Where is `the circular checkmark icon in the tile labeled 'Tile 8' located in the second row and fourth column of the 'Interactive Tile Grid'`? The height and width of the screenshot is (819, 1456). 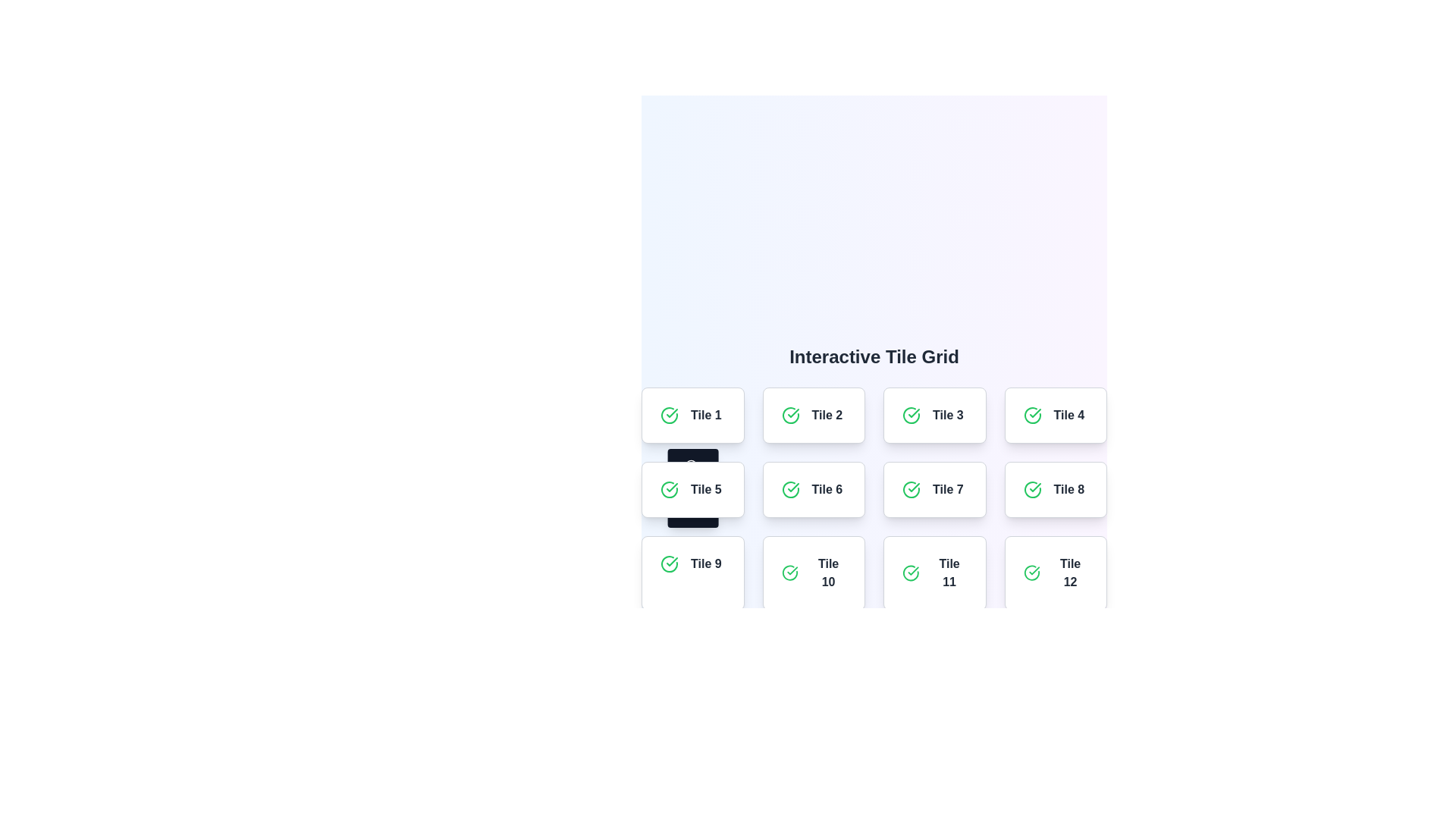
the circular checkmark icon in the tile labeled 'Tile 8' located in the second row and fourth column of the 'Interactive Tile Grid' is located at coordinates (1031, 489).